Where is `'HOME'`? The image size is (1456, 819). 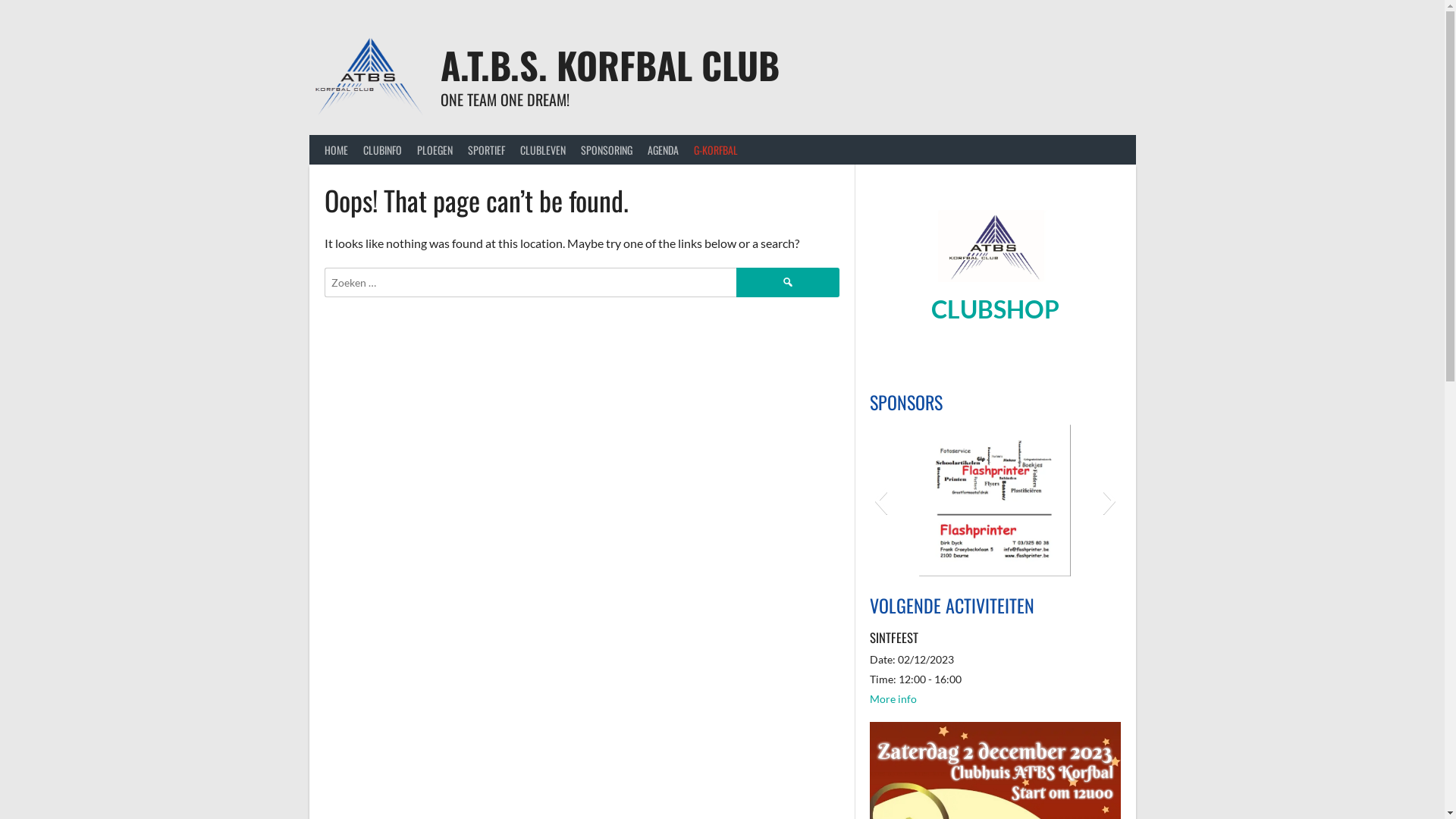 'HOME' is located at coordinates (335, 149).